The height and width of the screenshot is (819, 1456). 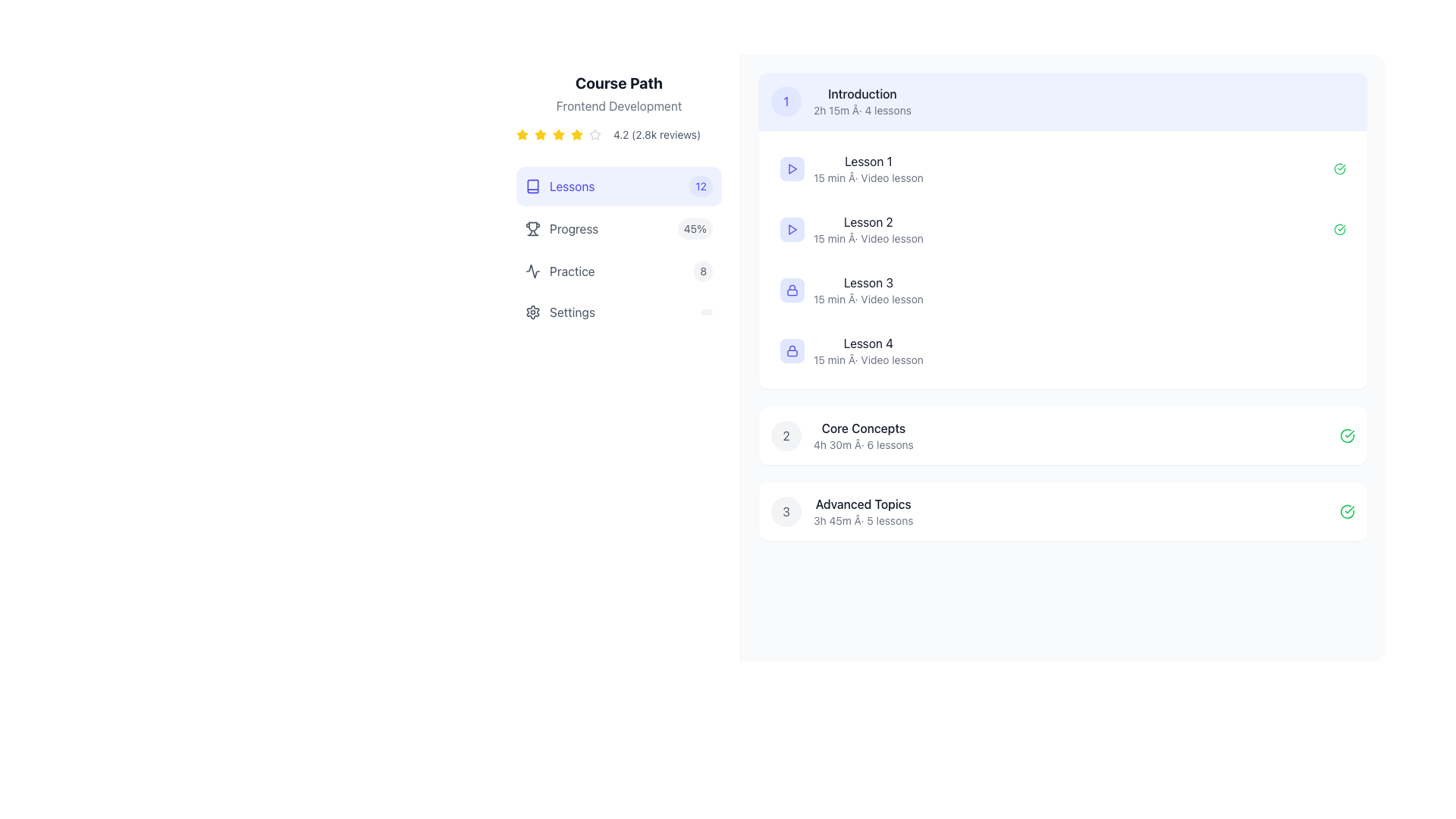 I want to click on the circular button icon representing the playable video for 'Lesson 2' located in the 'Introduction' section, so click(x=792, y=230).